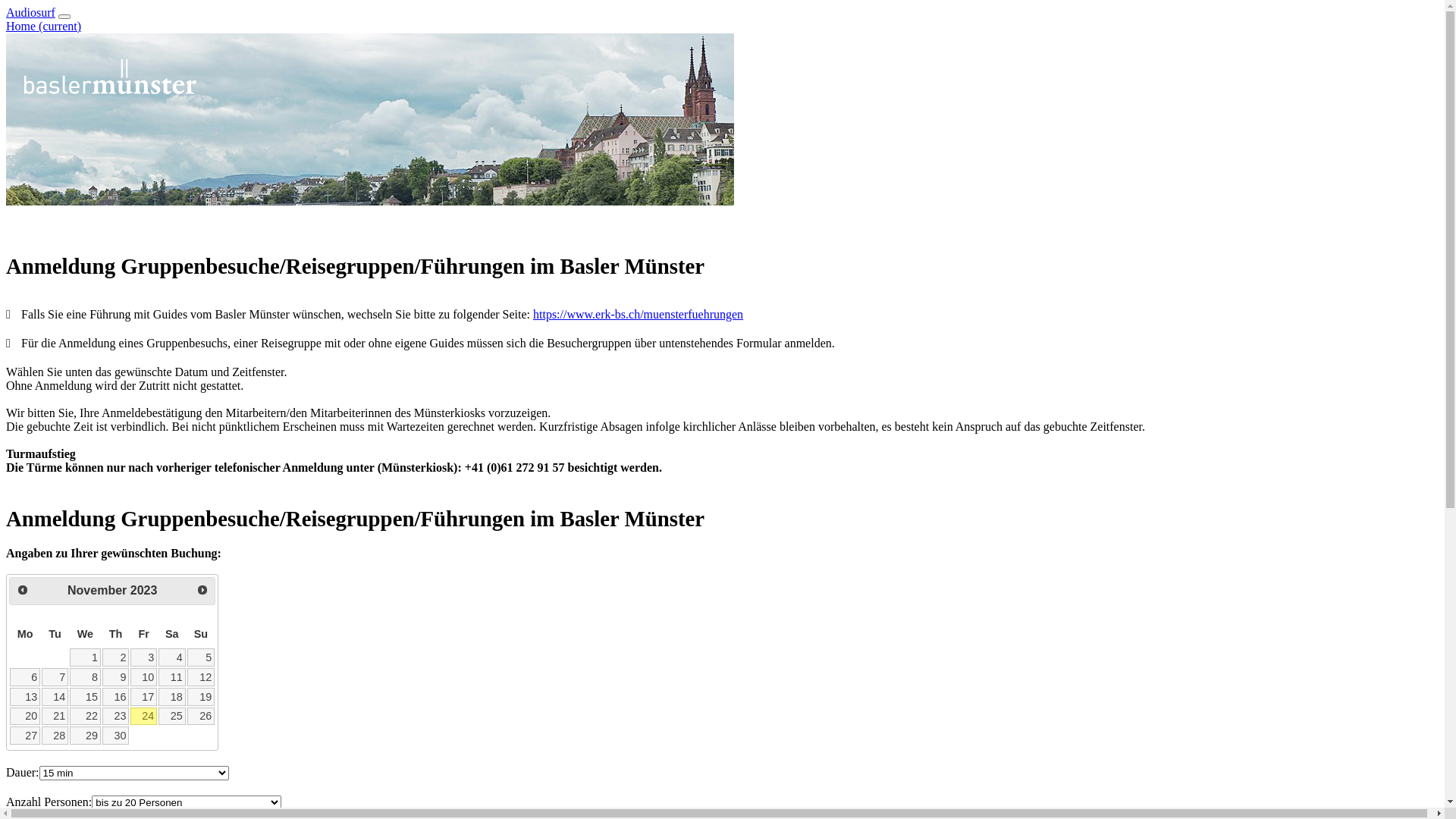  What do you see at coordinates (55, 696) in the screenshot?
I see `'14'` at bounding box center [55, 696].